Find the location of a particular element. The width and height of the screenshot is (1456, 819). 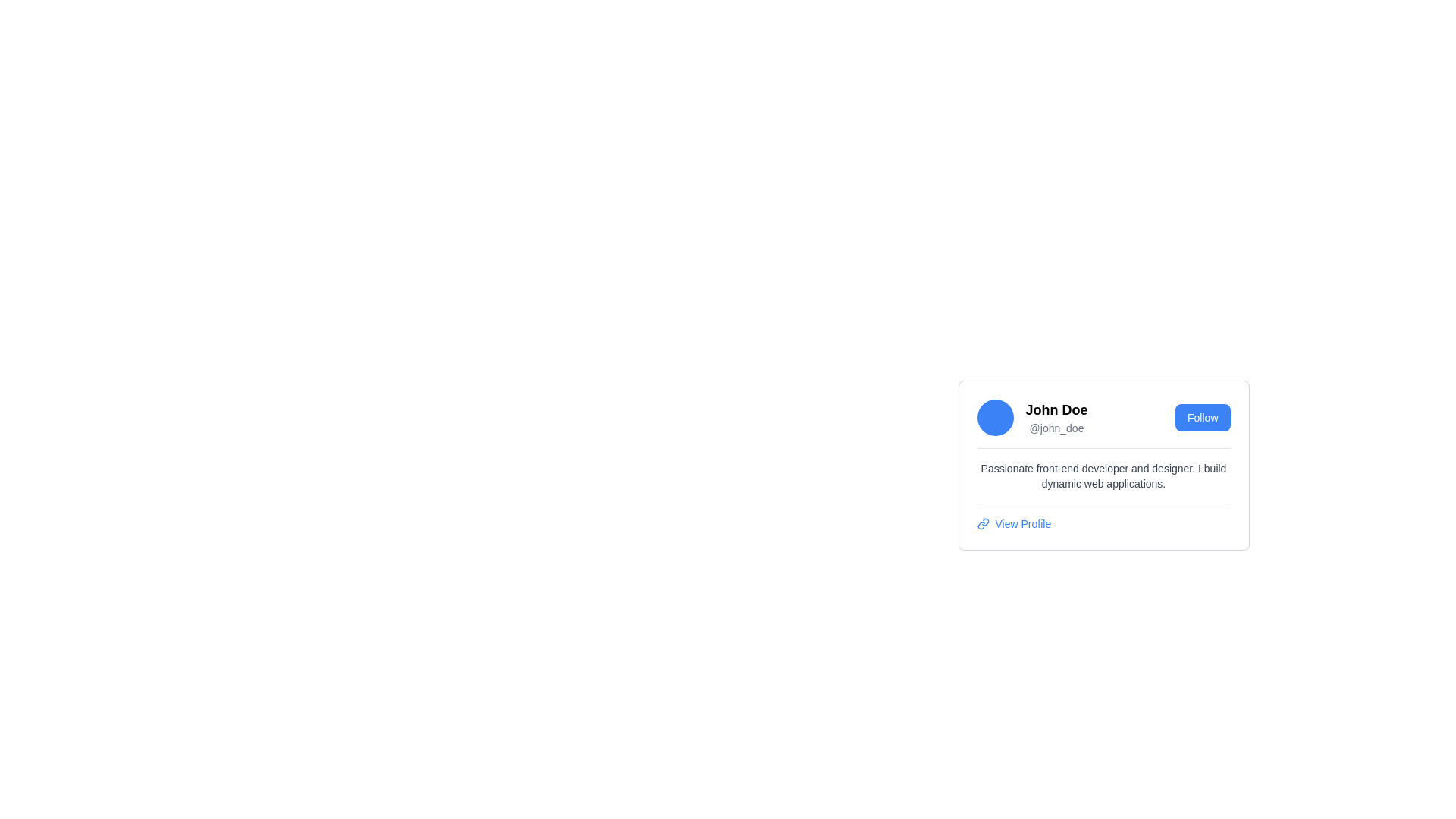

the Avatar or Placeholder representing the user is located at coordinates (995, 418).